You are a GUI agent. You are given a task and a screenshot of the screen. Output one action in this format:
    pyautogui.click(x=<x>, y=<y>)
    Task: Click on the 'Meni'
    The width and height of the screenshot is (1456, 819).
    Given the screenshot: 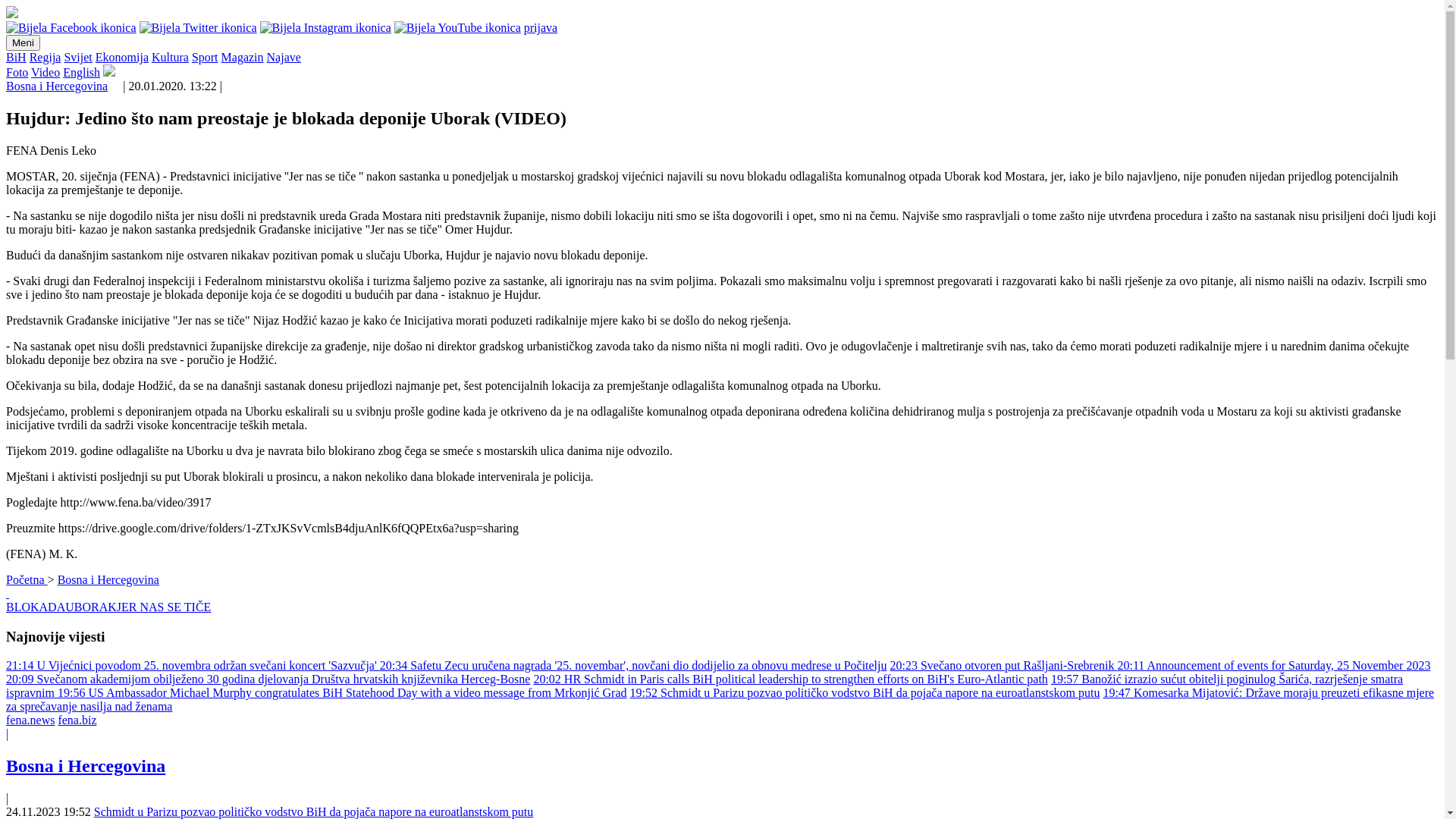 What is the action you would take?
    pyautogui.click(x=23, y=42)
    